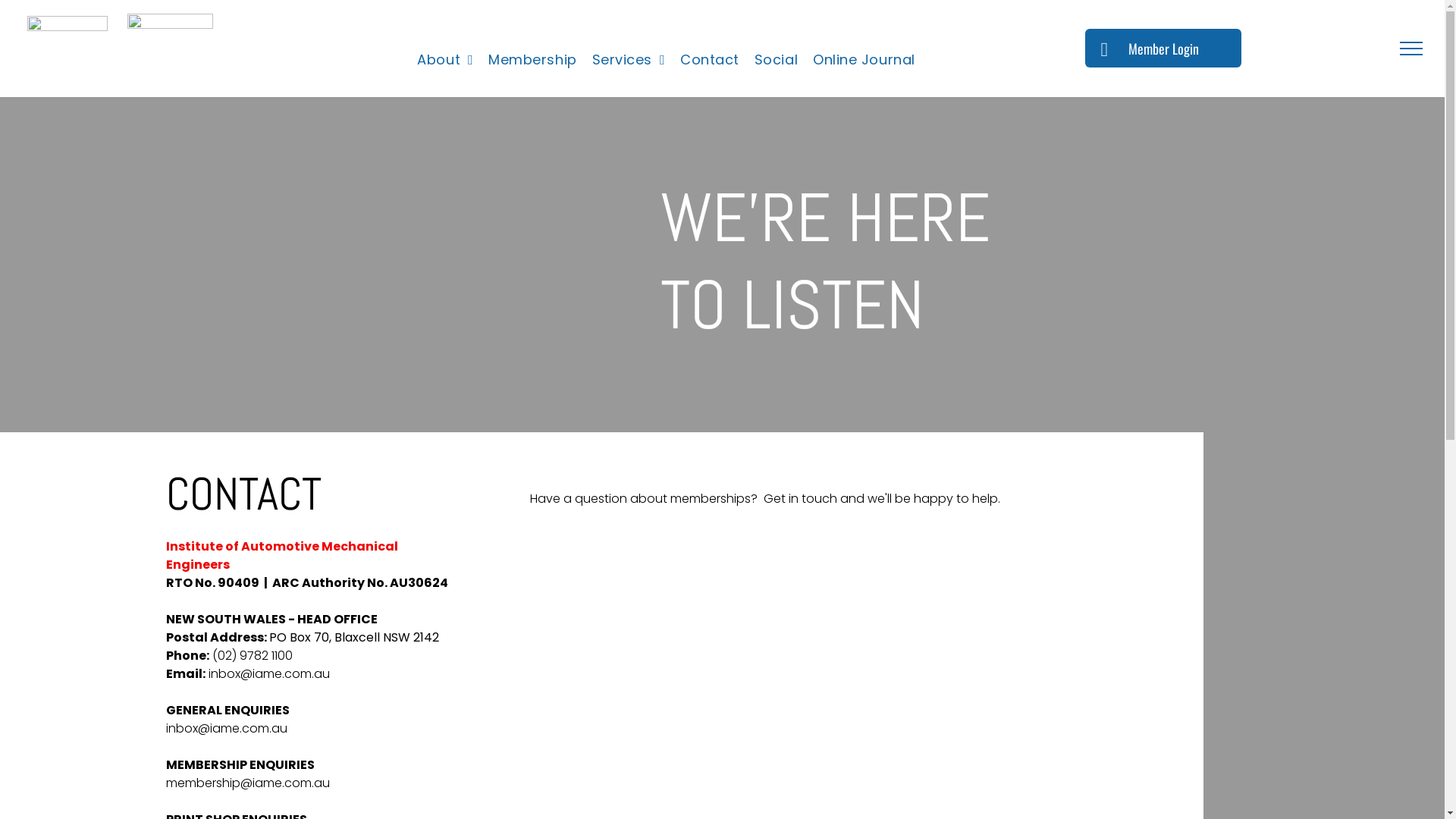 The image size is (1456, 819). I want to click on 'About', so click(444, 58).